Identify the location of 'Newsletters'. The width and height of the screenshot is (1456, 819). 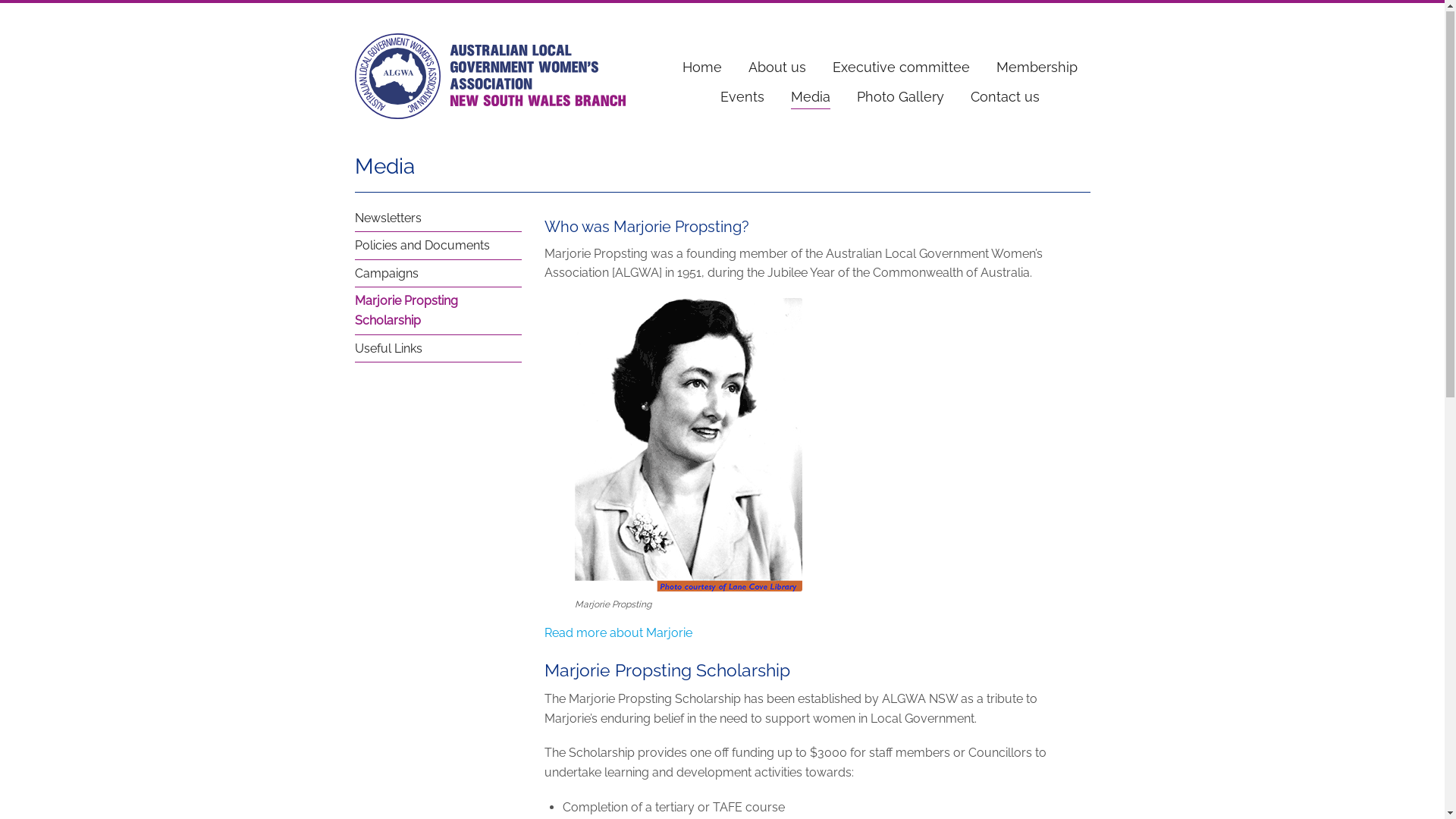
(353, 219).